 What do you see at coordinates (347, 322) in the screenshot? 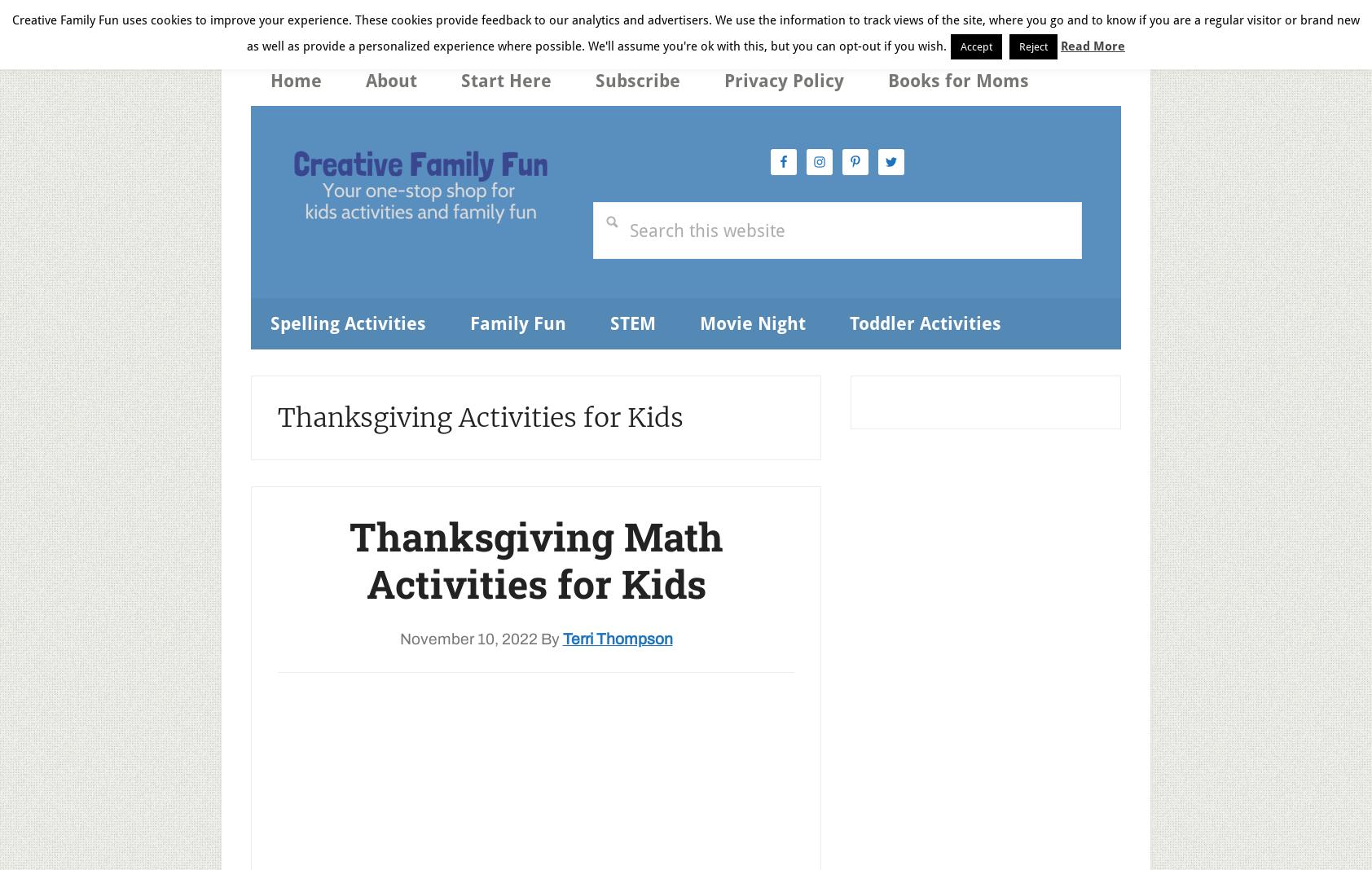
I see `'Spelling Activities'` at bounding box center [347, 322].